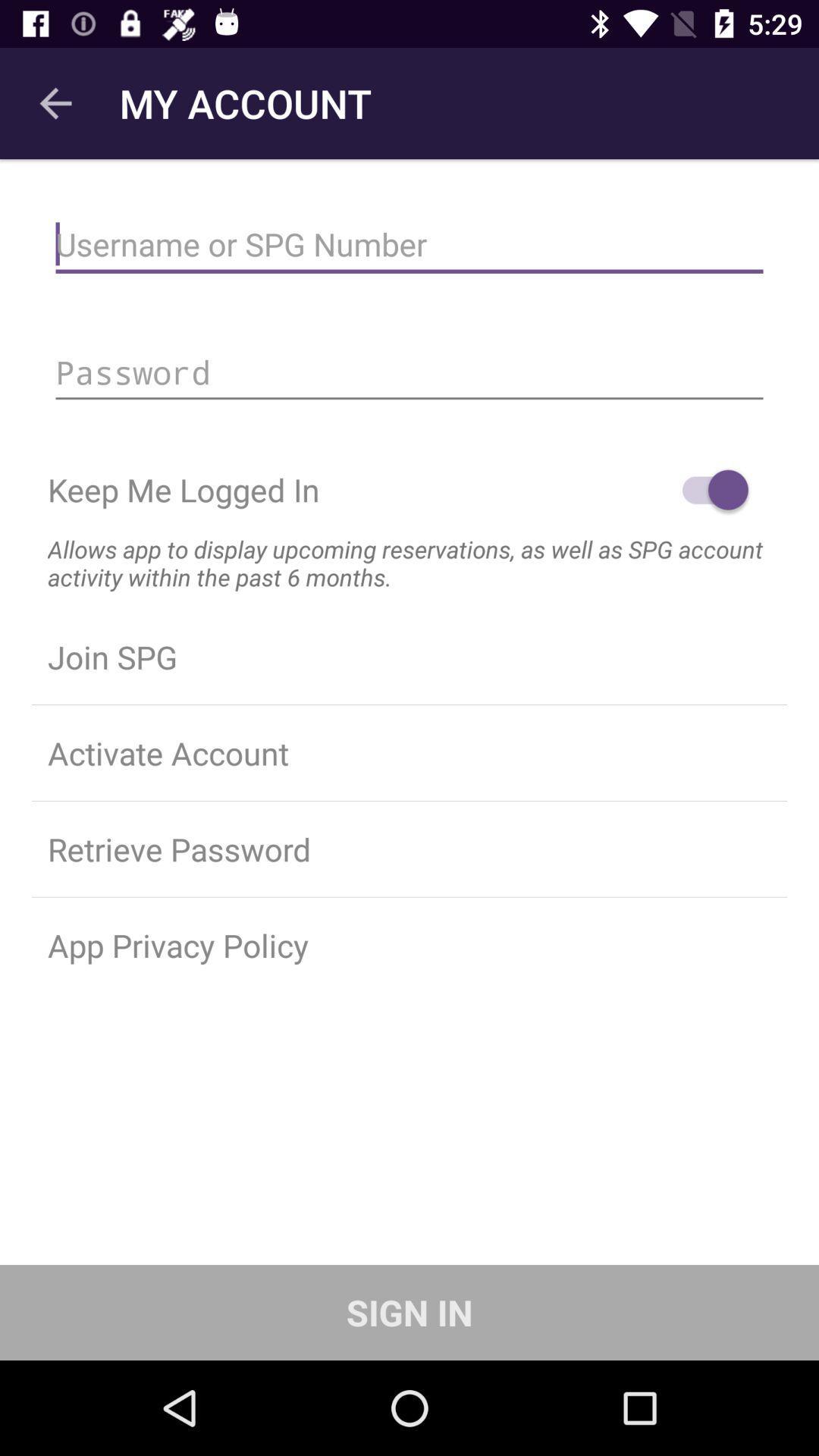  I want to click on login option, so click(708, 490).